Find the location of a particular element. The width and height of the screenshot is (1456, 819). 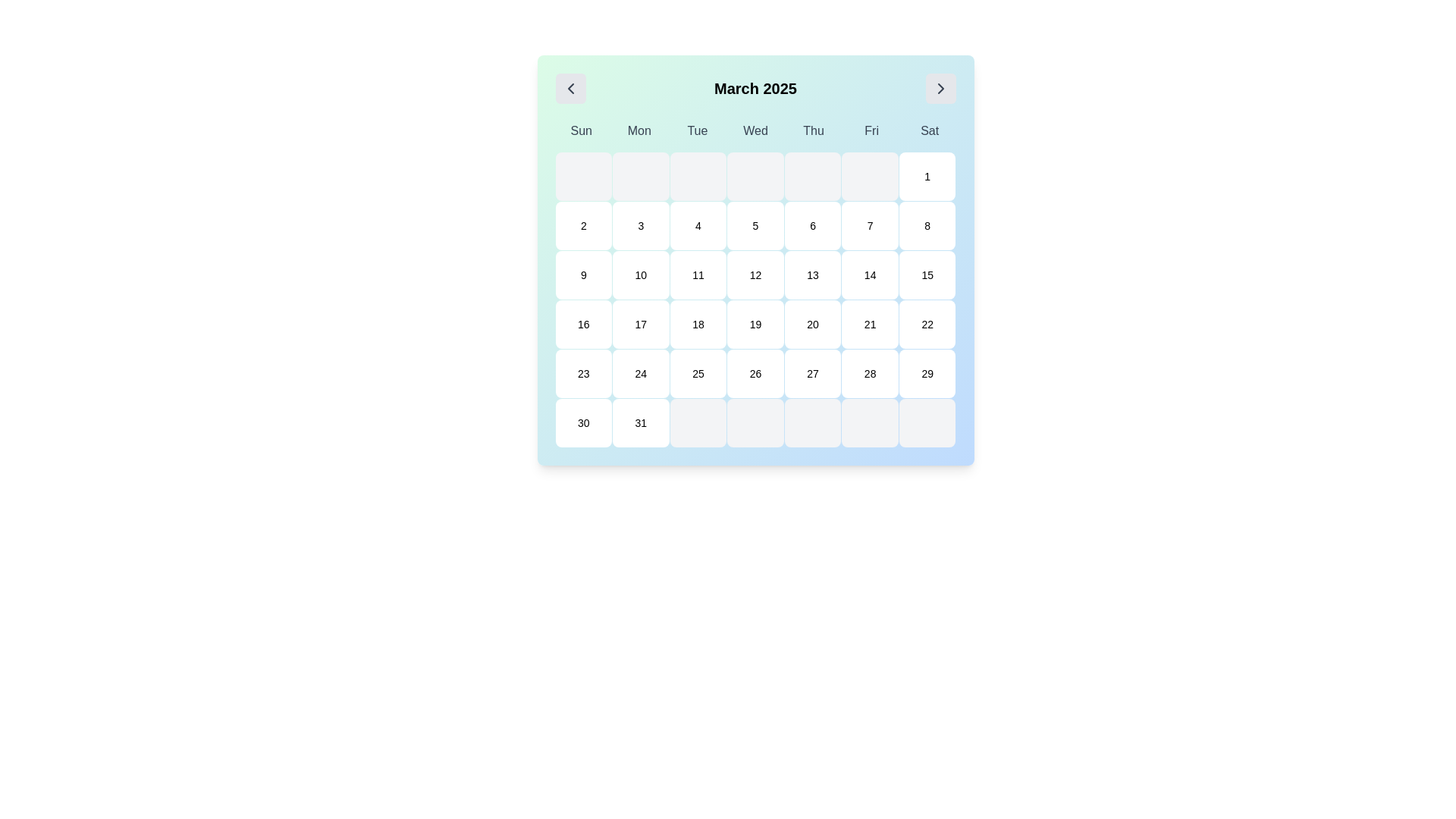

the calendar cell located in the sixth column of the last row, which is styled with a rounded rectangular border and a light gray background is located at coordinates (812, 423).